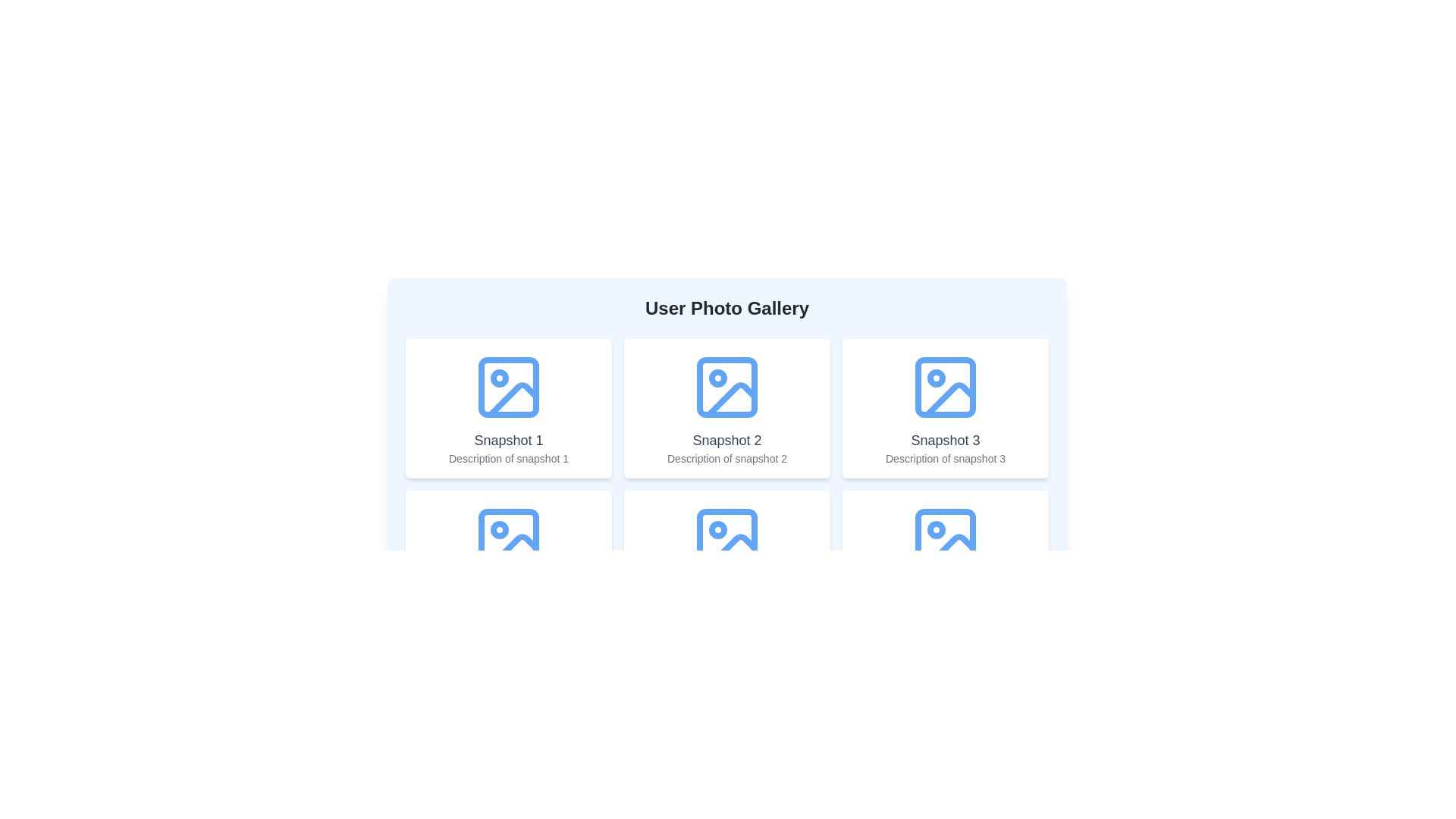  What do you see at coordinates (945, 441) in the screenshot?
I see `text label displaying 'Snapshot 3' in medium-sized gray font, located below an icon within the third snapshot card in the grid layout` at bounding box center [945, 441].